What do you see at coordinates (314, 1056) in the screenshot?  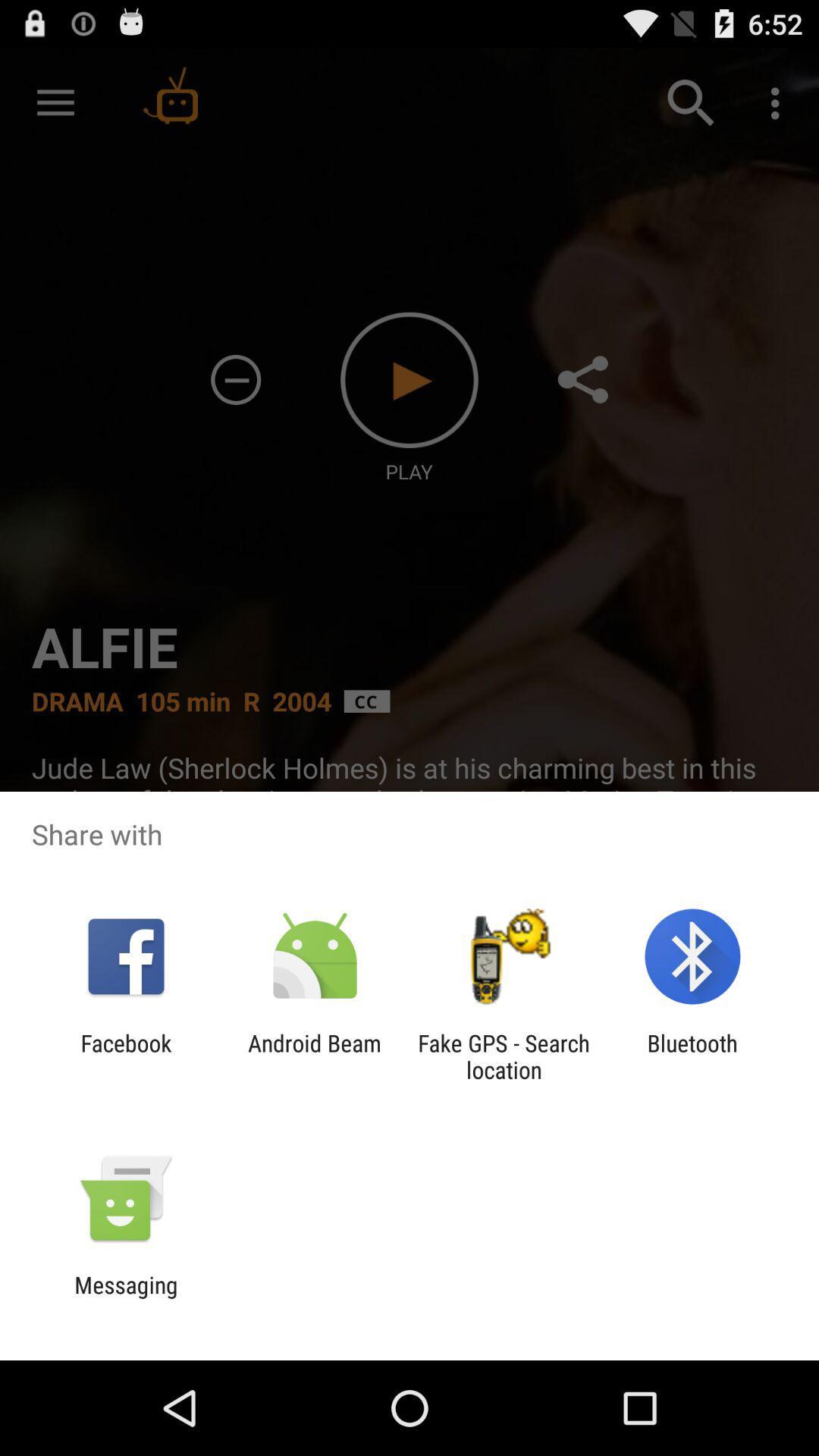 I see `android beam app` at bounding box center [314, 1056].